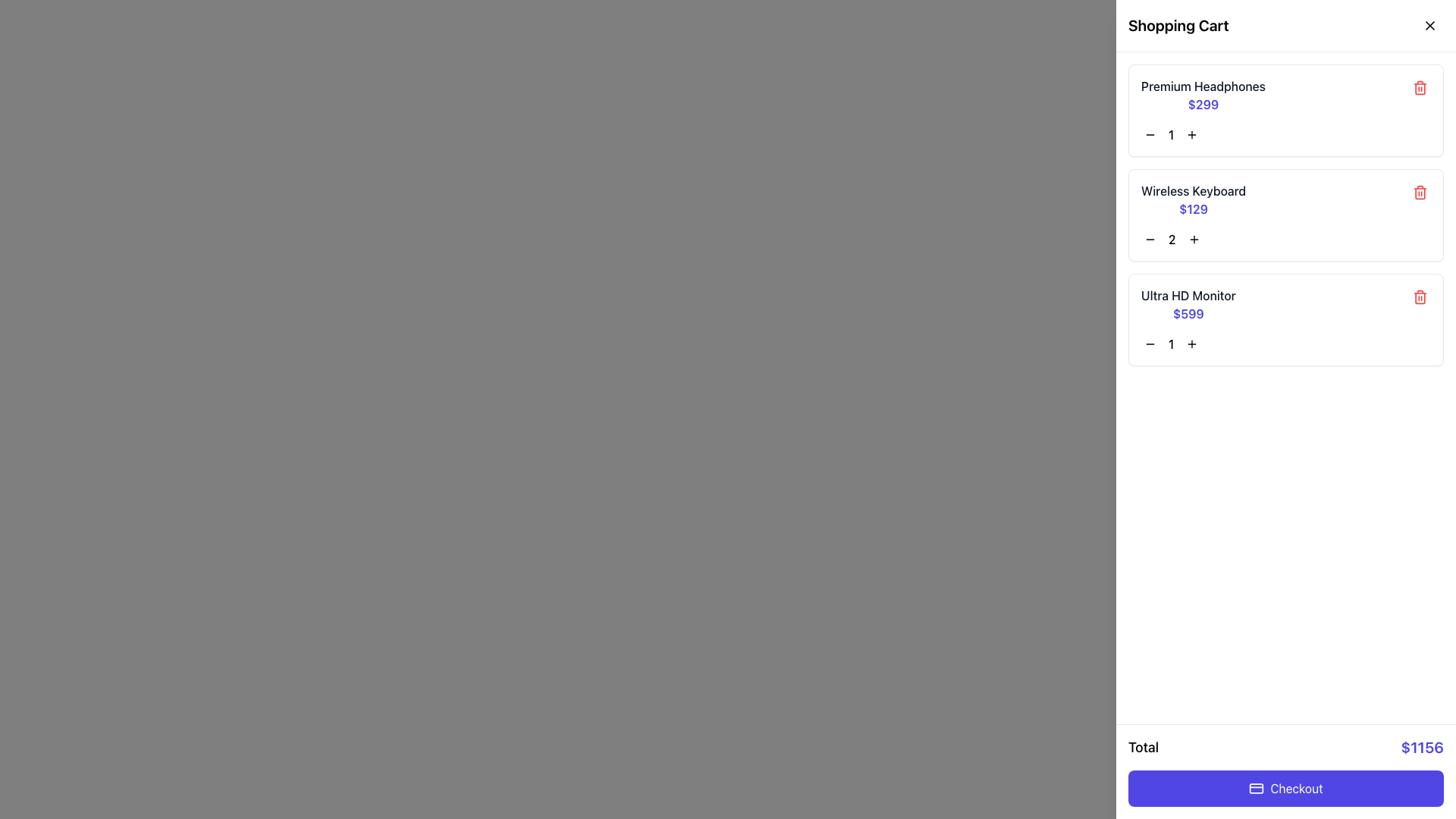  I want to click on the red trash bin icon button located at the far right of the 'Premium Headphones' item row in the shopping cart, so click(1419, 87).